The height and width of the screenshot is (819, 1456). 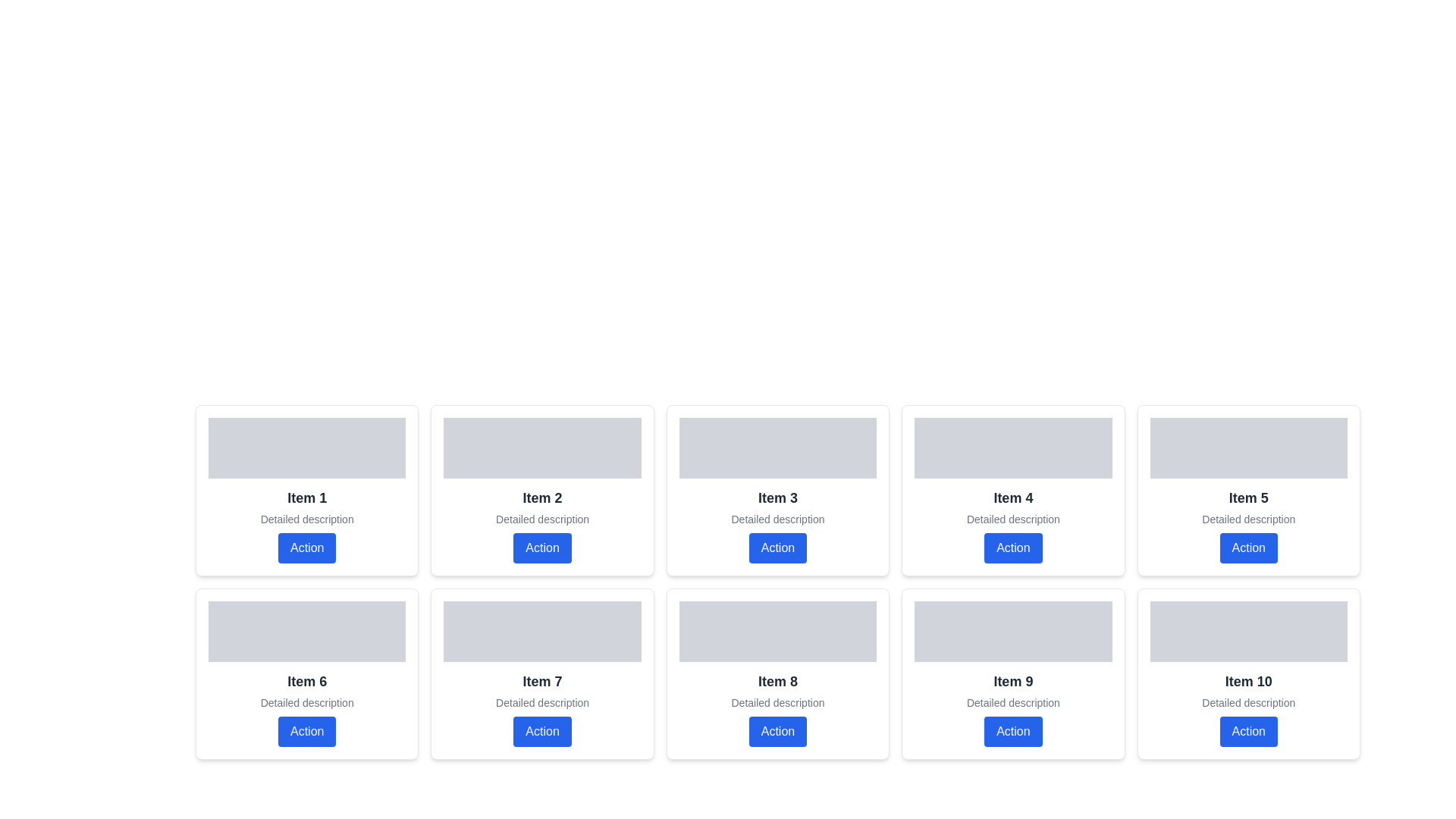 What do you see at coordinates (542, 548) in the screenshot?
I see `the rectangular button labeled 'Action' located at the bottom of the 'Item 2' card` at bounding box center [542, 548].